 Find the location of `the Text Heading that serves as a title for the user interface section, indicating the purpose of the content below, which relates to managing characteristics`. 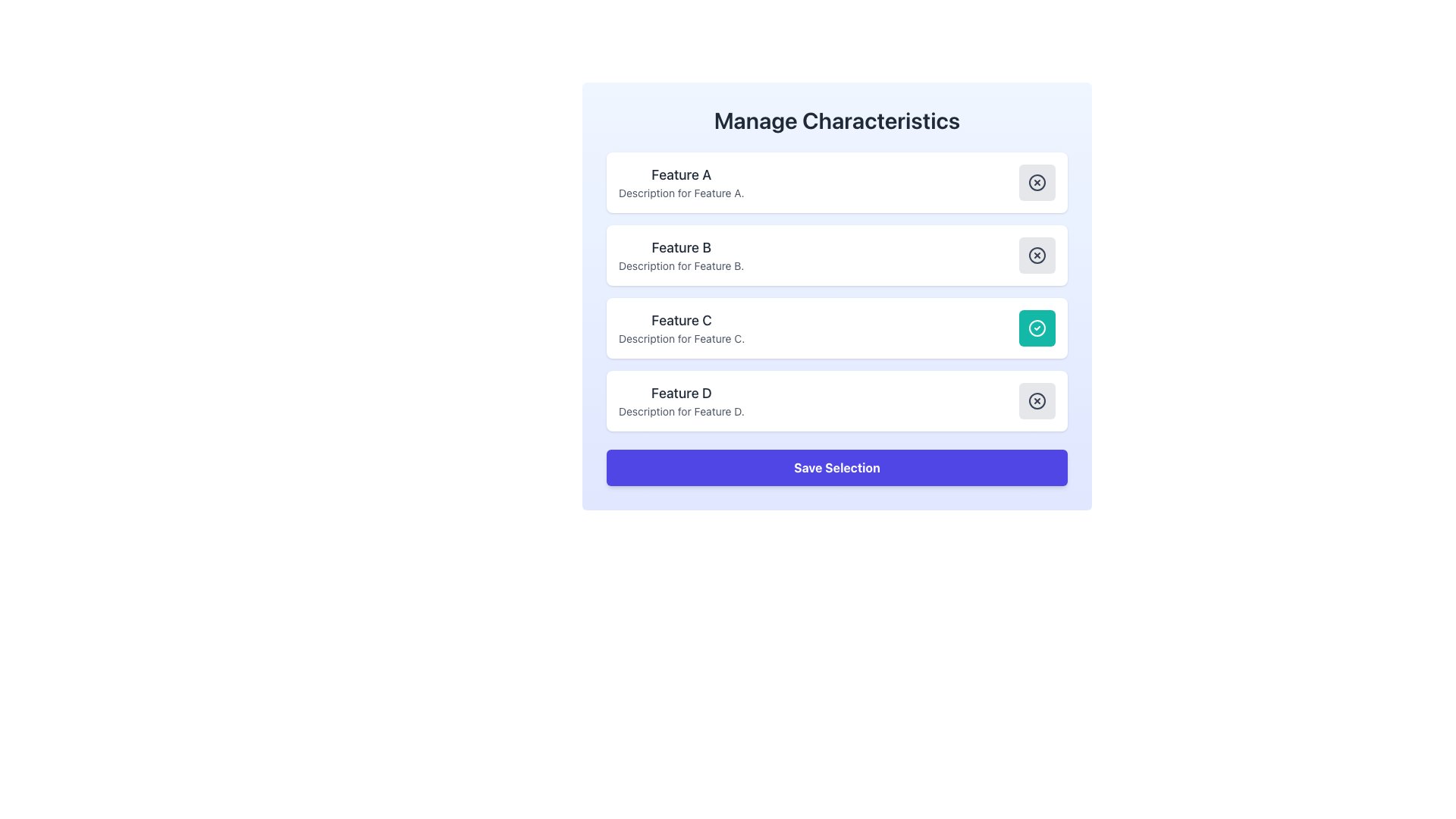

the Text Heading that serves as a title for the user interface section, indicating the purpose of the content below, which relates to managing characteristics is located at coordinates (836, 119).